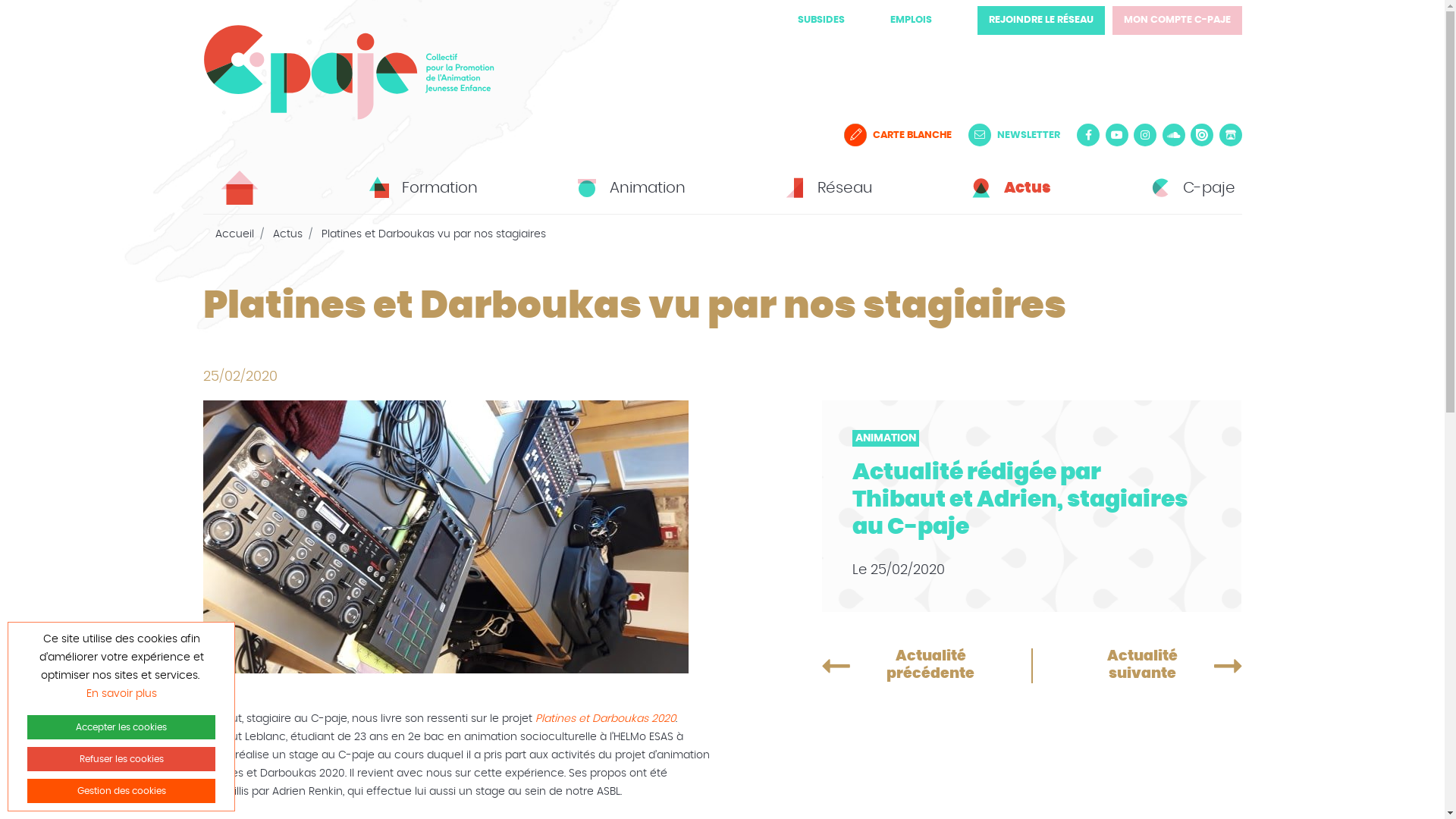 This screenshot has width=1456, height=819. I want to click on 'Gestion des cookies', so click(120, 789).